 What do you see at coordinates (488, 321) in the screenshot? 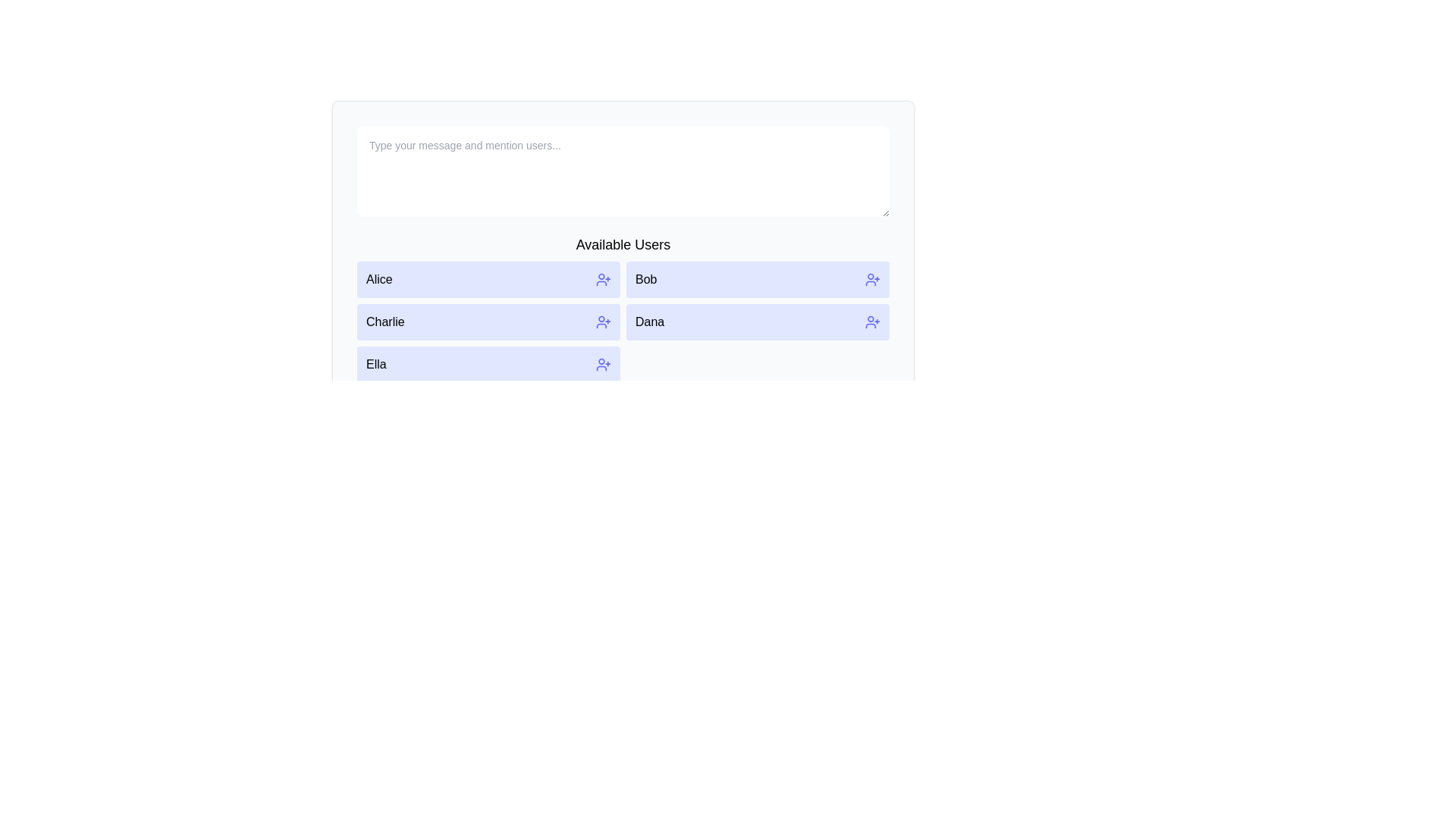
I see `the user card representing 'Charlie'` at bounding box center [488, 321].